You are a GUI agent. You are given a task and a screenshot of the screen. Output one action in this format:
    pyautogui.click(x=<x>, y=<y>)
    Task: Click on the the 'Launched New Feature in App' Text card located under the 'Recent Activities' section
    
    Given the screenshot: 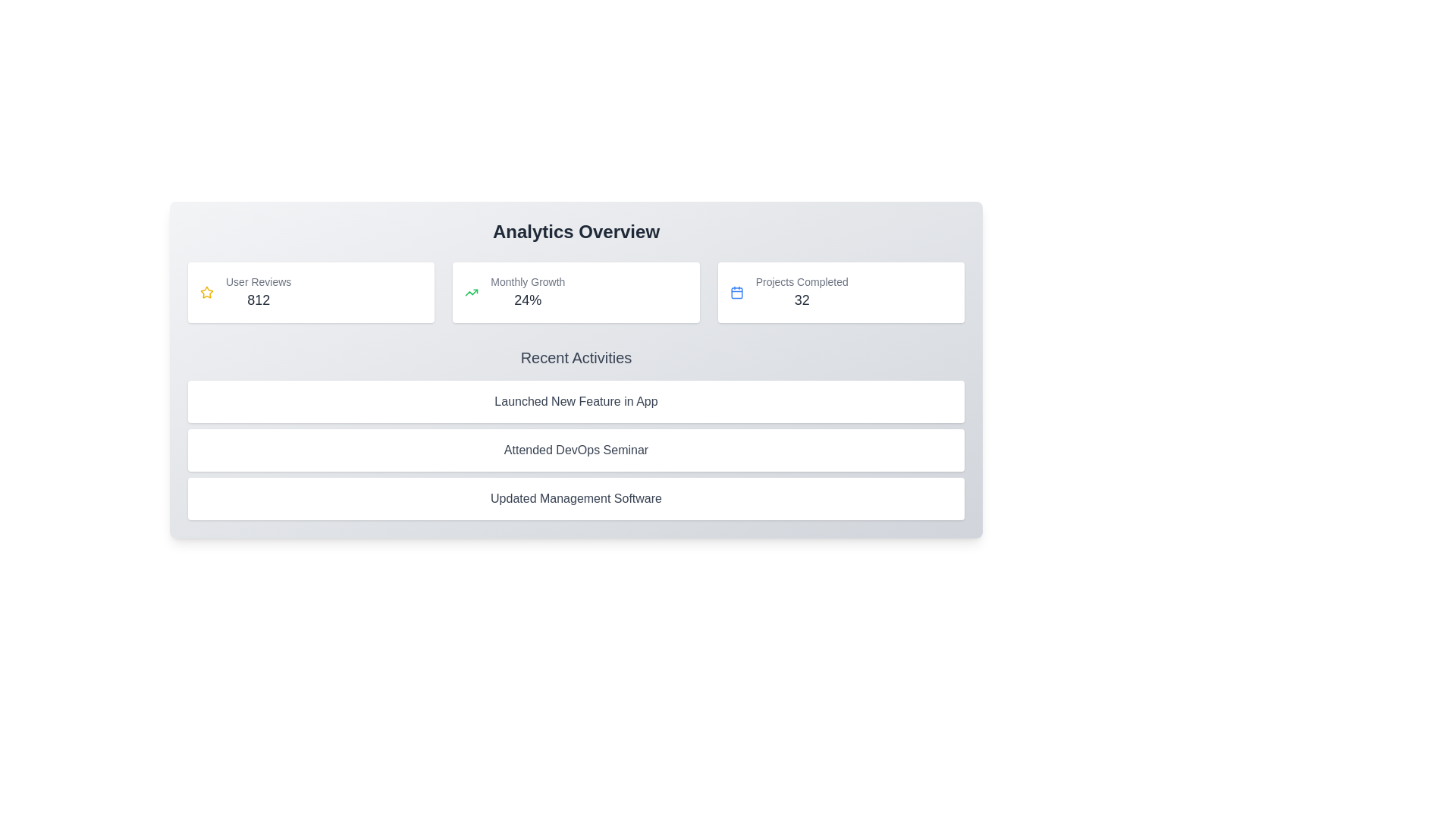 What is the action you would take?
    pyautogui.click(x=575, y=400)
    